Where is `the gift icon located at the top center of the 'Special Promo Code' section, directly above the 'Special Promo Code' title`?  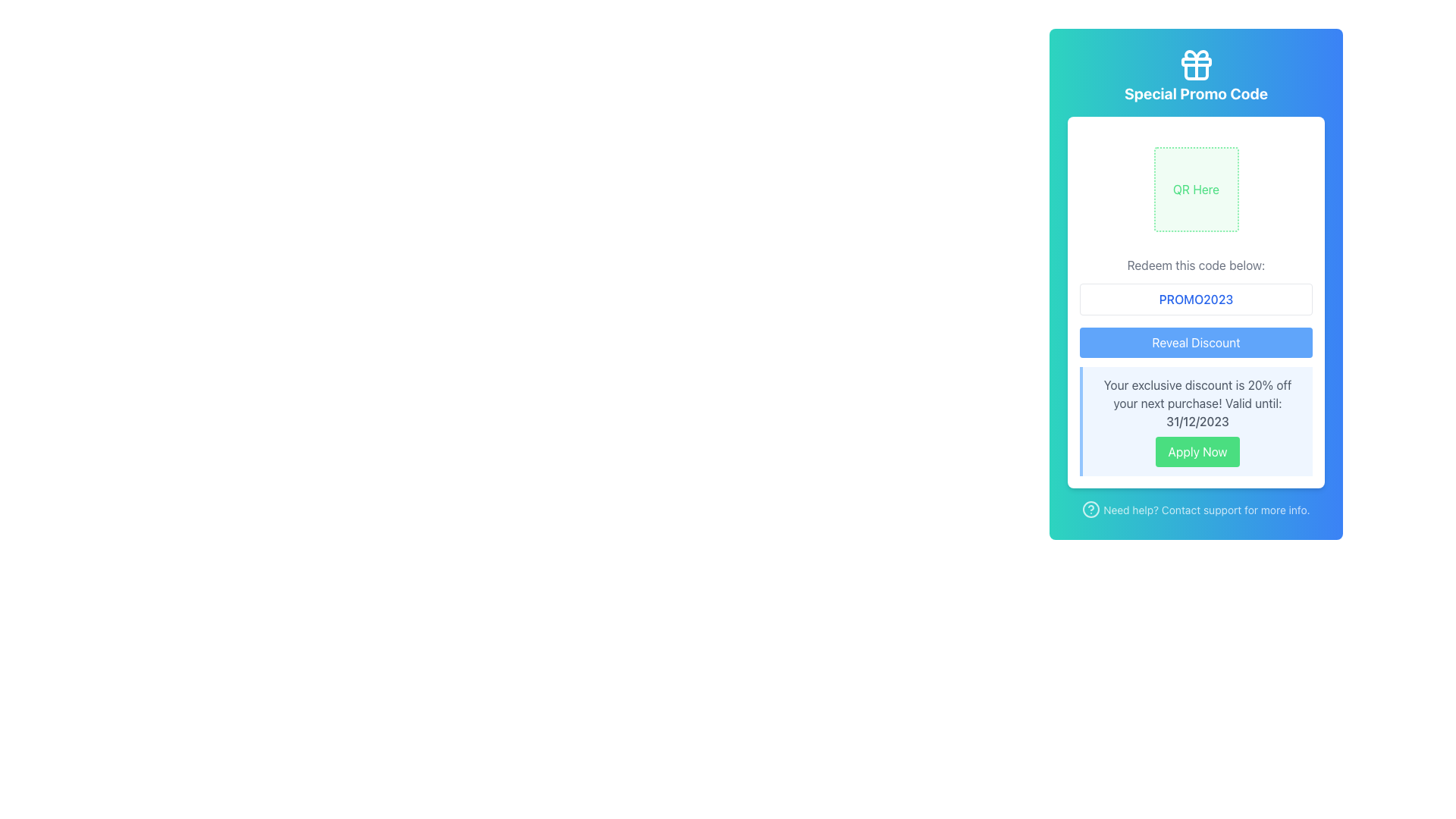 the gift icon located at the top center of the 'Special Promo Code' section, directly above the 'Special Promo Code' title is located at coordinates (1195, 64).